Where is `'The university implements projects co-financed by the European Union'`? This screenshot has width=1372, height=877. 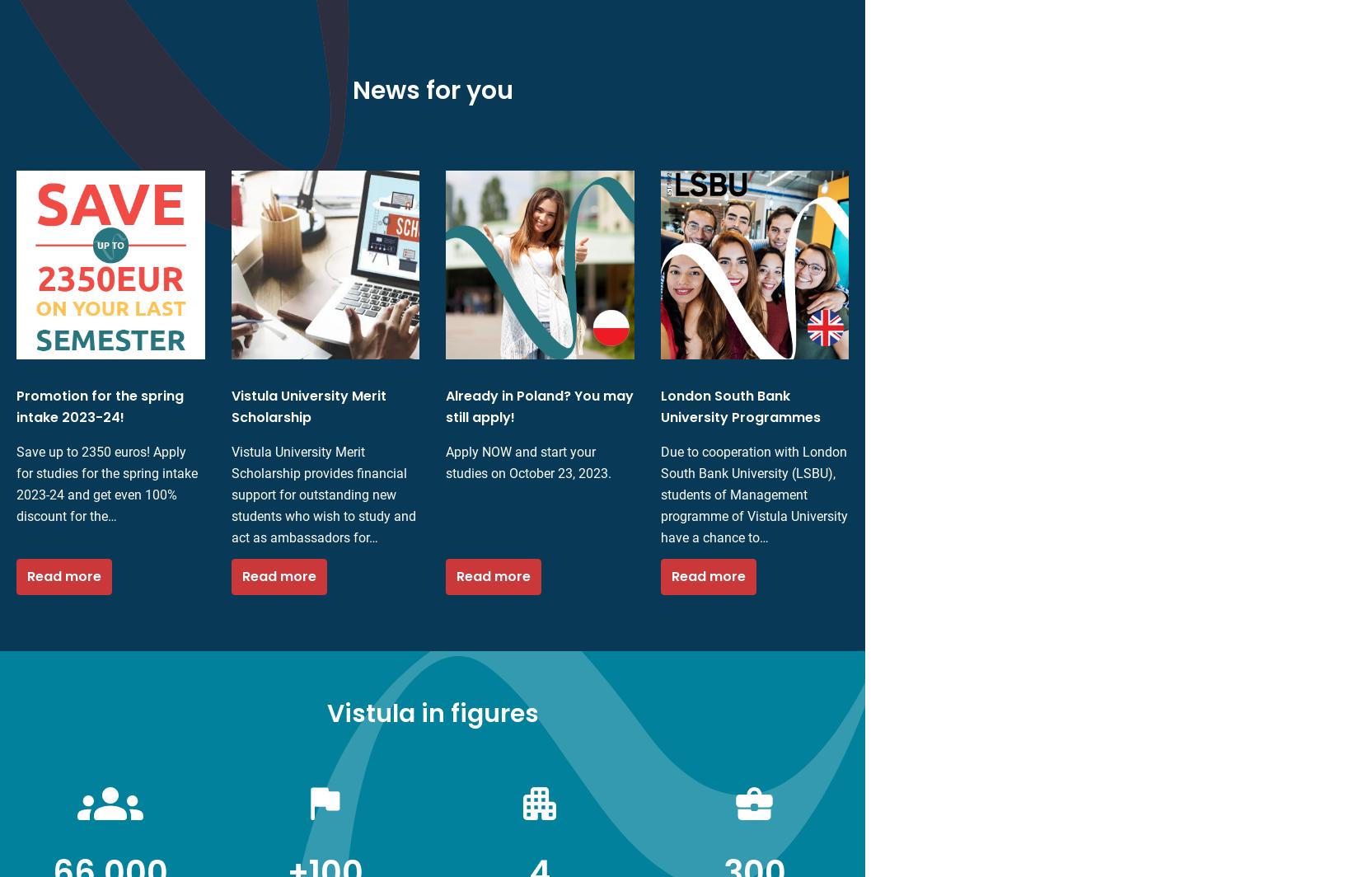 'The university implements projects co-financed by the European Union' is located at coordinates (15, 513).